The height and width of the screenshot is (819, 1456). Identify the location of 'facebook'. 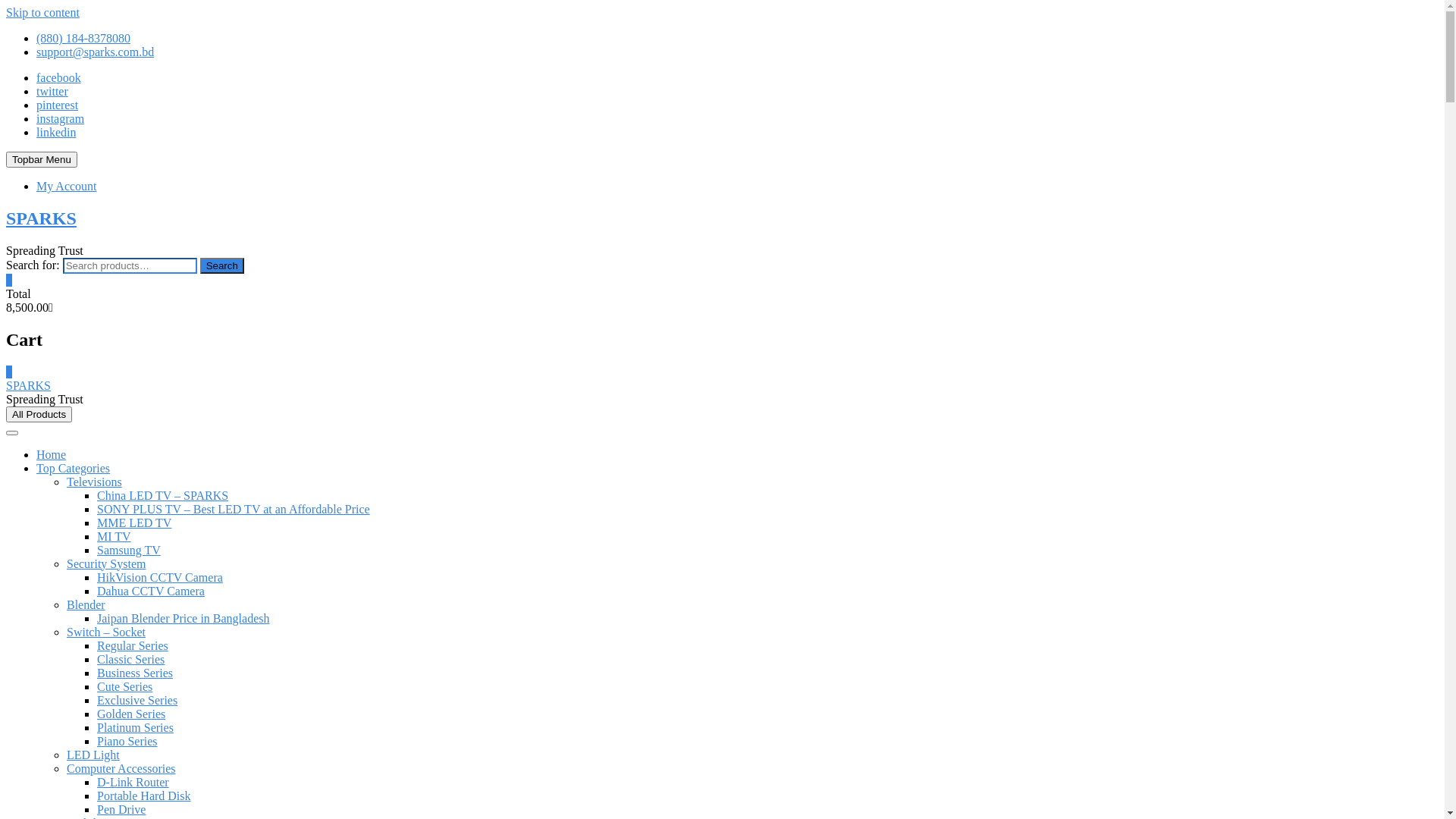
(36, 77).